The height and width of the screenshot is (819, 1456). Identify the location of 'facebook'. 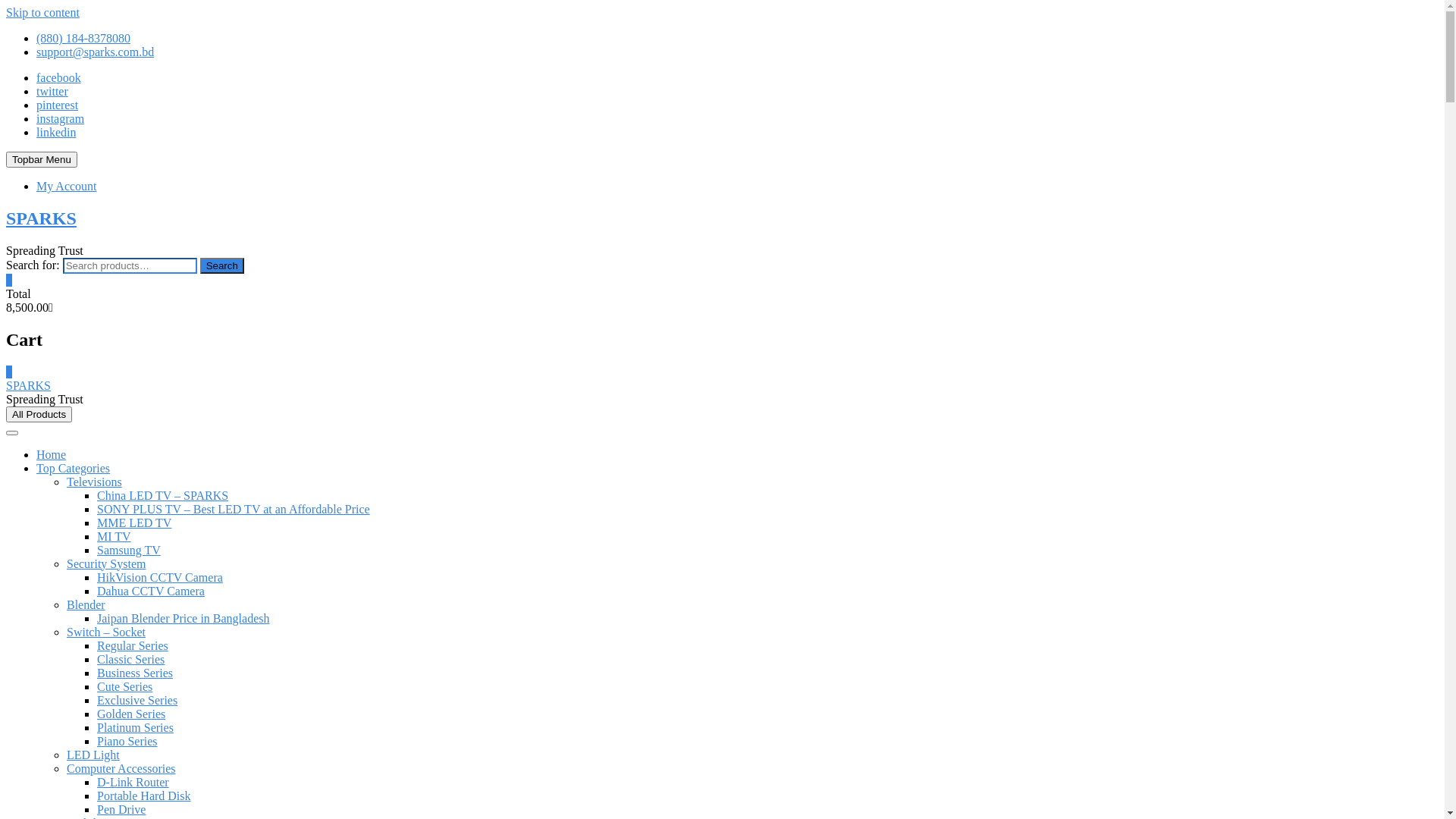
(36, 77).